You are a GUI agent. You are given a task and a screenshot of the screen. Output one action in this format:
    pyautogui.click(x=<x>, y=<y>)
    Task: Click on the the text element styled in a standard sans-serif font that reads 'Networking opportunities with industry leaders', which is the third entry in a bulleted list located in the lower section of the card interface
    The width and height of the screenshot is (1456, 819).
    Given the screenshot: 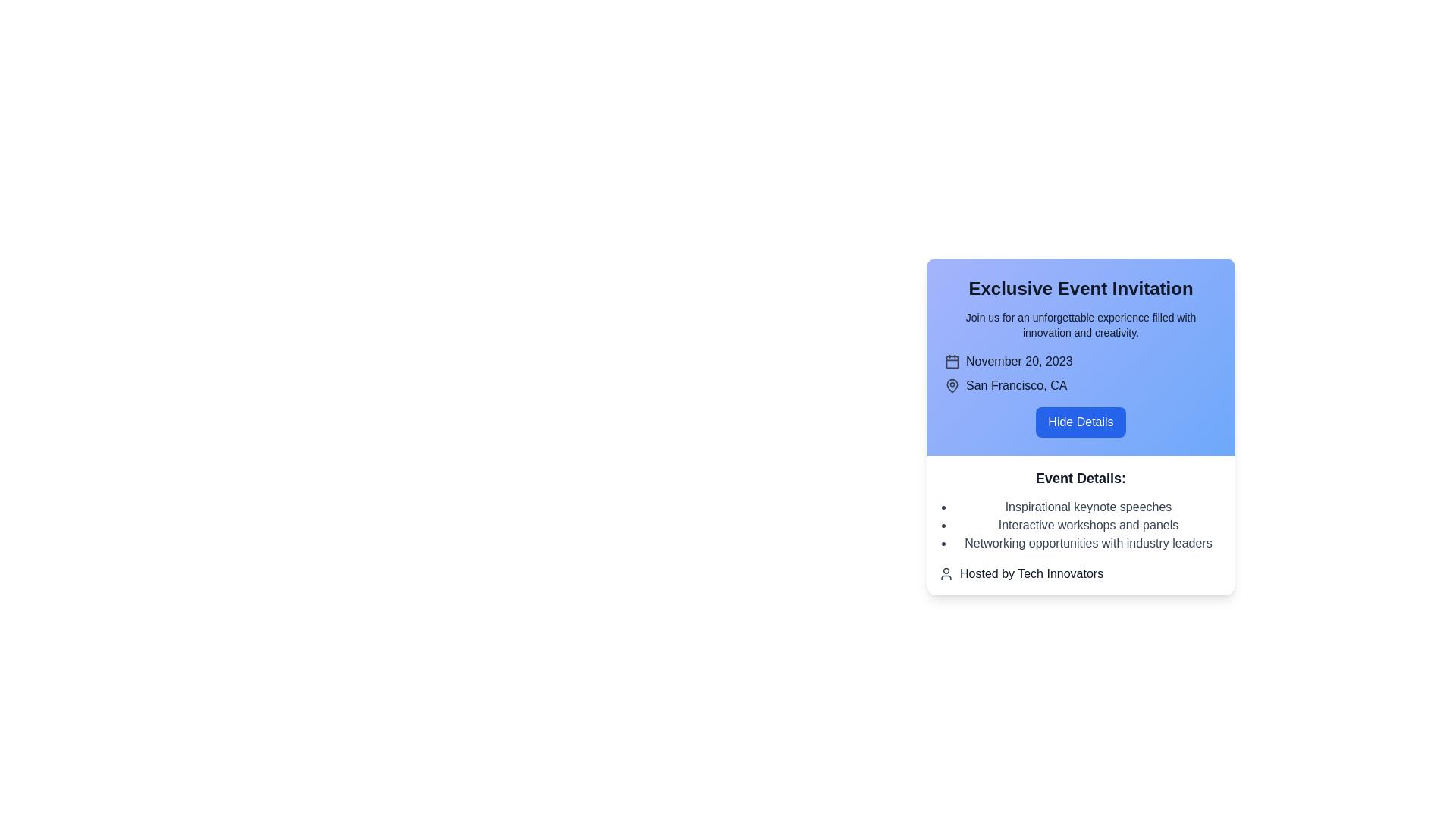 What is the action you would take?
    pyautogui.click(x=1087, y=543)
    